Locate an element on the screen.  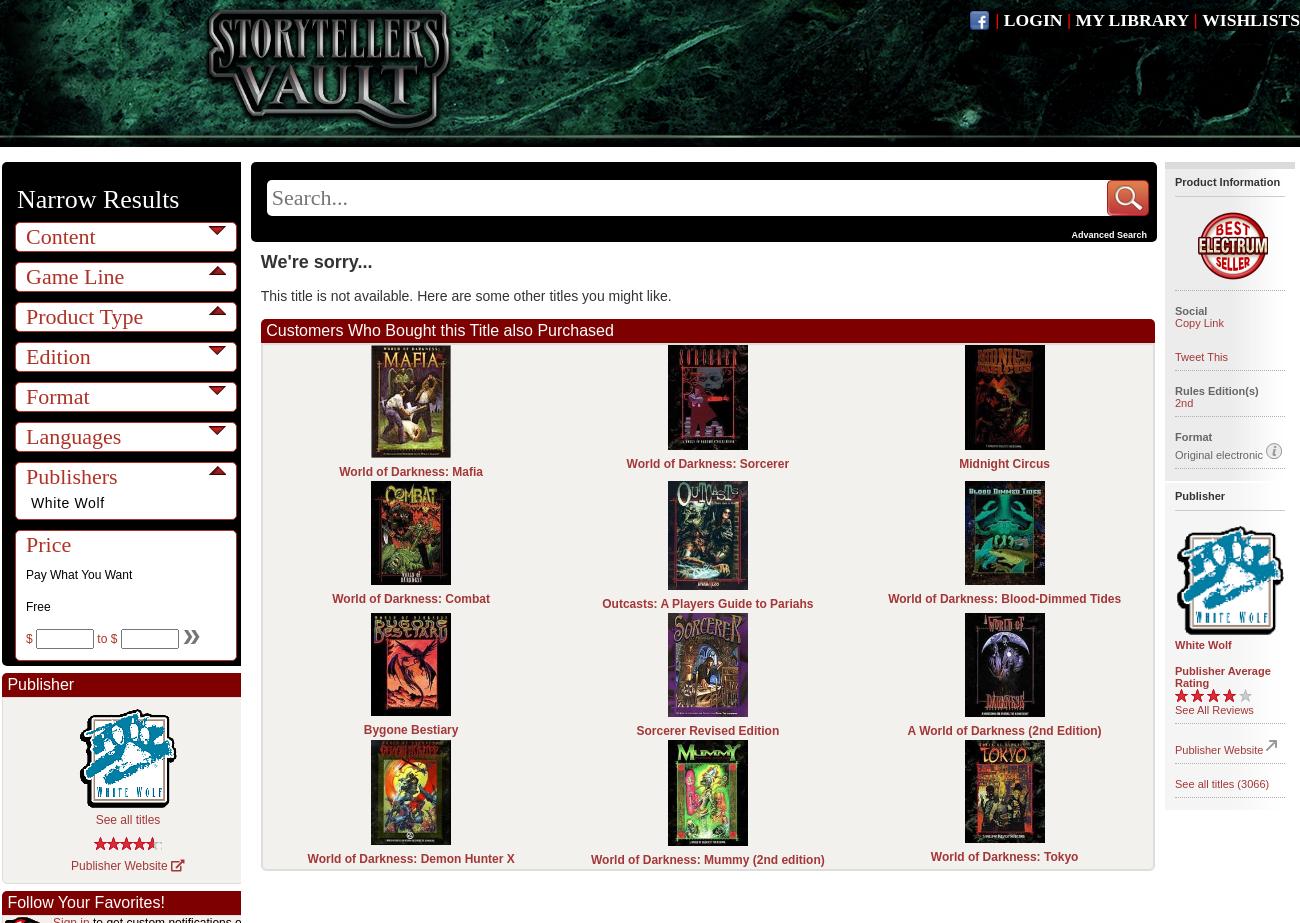
'Pay What You Want' is located at coordinates (25, 574).